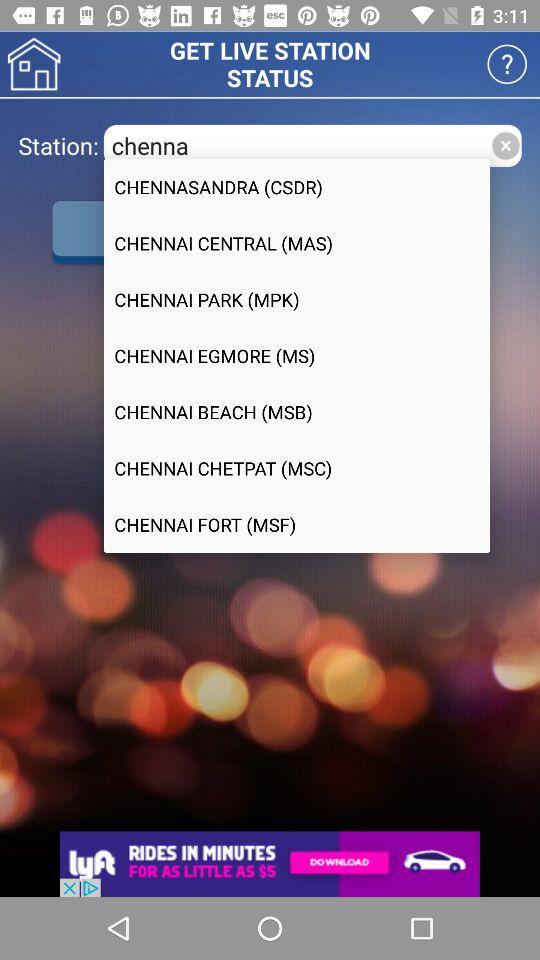 This screenshot has width=540, height=960. Describe the element at coordinates (504, 144) in the screenshot. I see `close` at that location.